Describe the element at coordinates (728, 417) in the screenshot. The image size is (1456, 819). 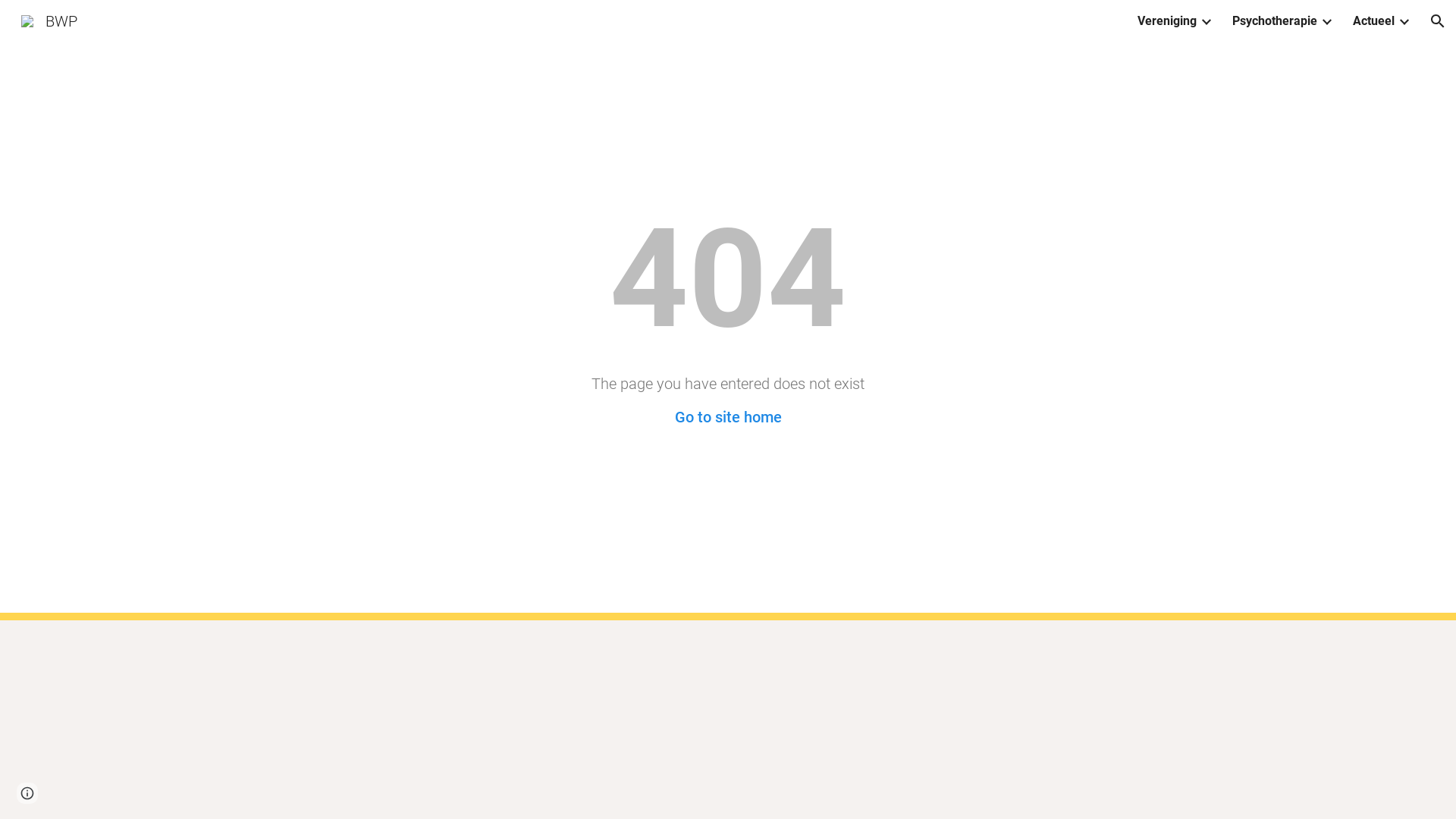
I see `'Go to site home'` at that location.